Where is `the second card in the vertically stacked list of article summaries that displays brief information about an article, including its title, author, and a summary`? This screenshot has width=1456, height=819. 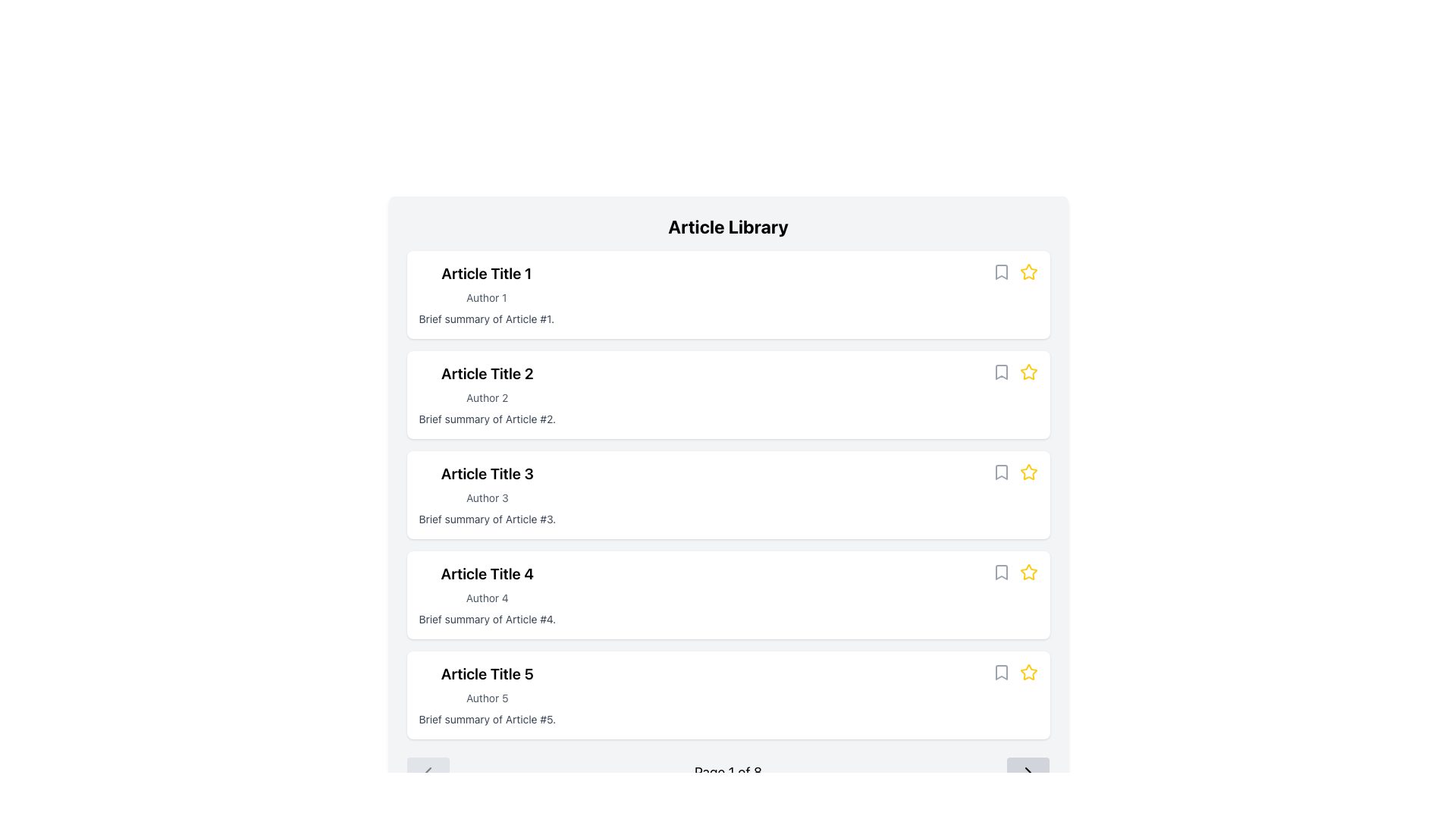
the second card in the vertically stacked list of article summaries that displays brief information about an article, including its title, author, and a summary is located at coordinates (487, 394).